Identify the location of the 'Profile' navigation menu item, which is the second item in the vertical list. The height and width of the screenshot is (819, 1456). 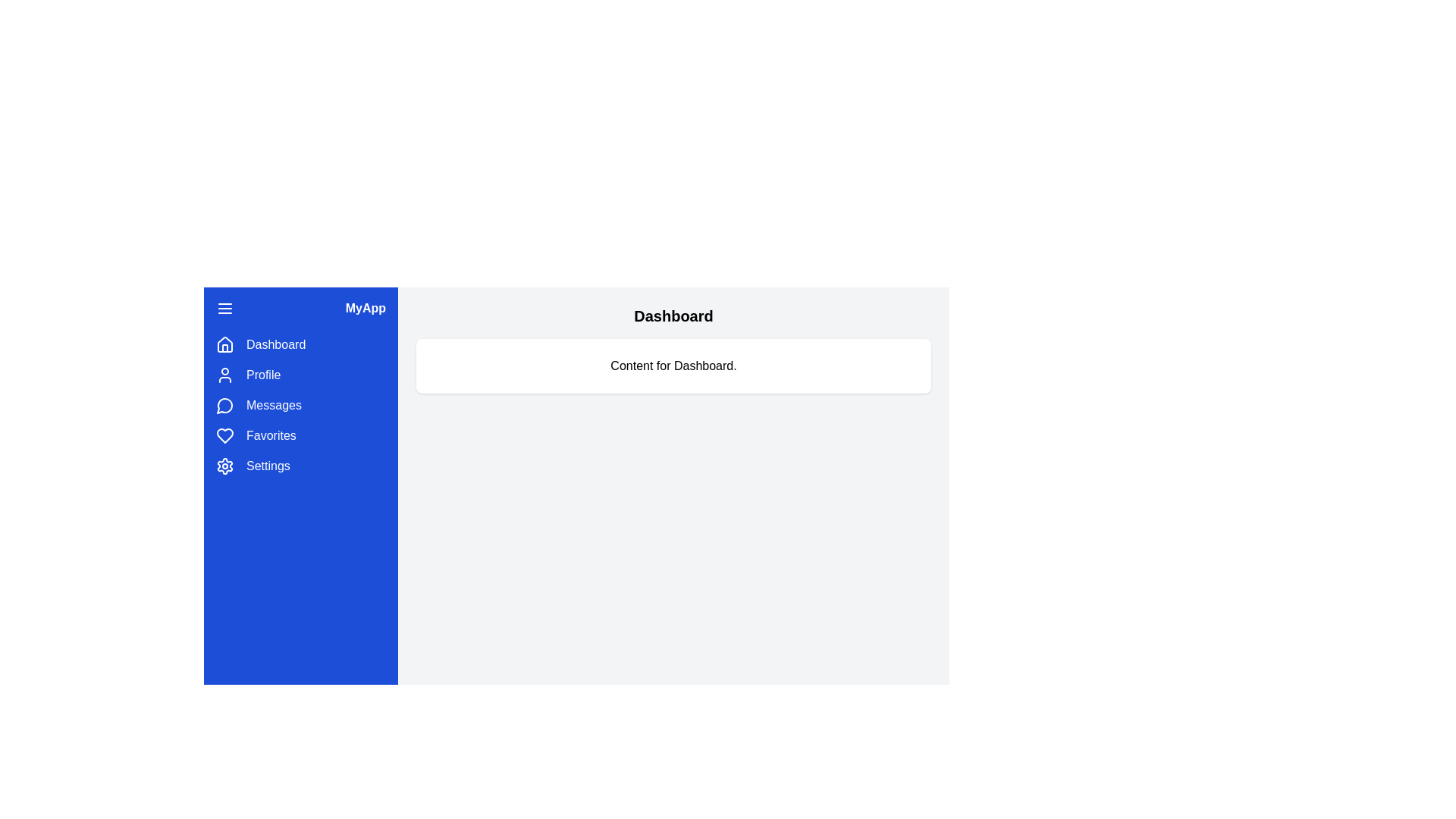
(301, 375).